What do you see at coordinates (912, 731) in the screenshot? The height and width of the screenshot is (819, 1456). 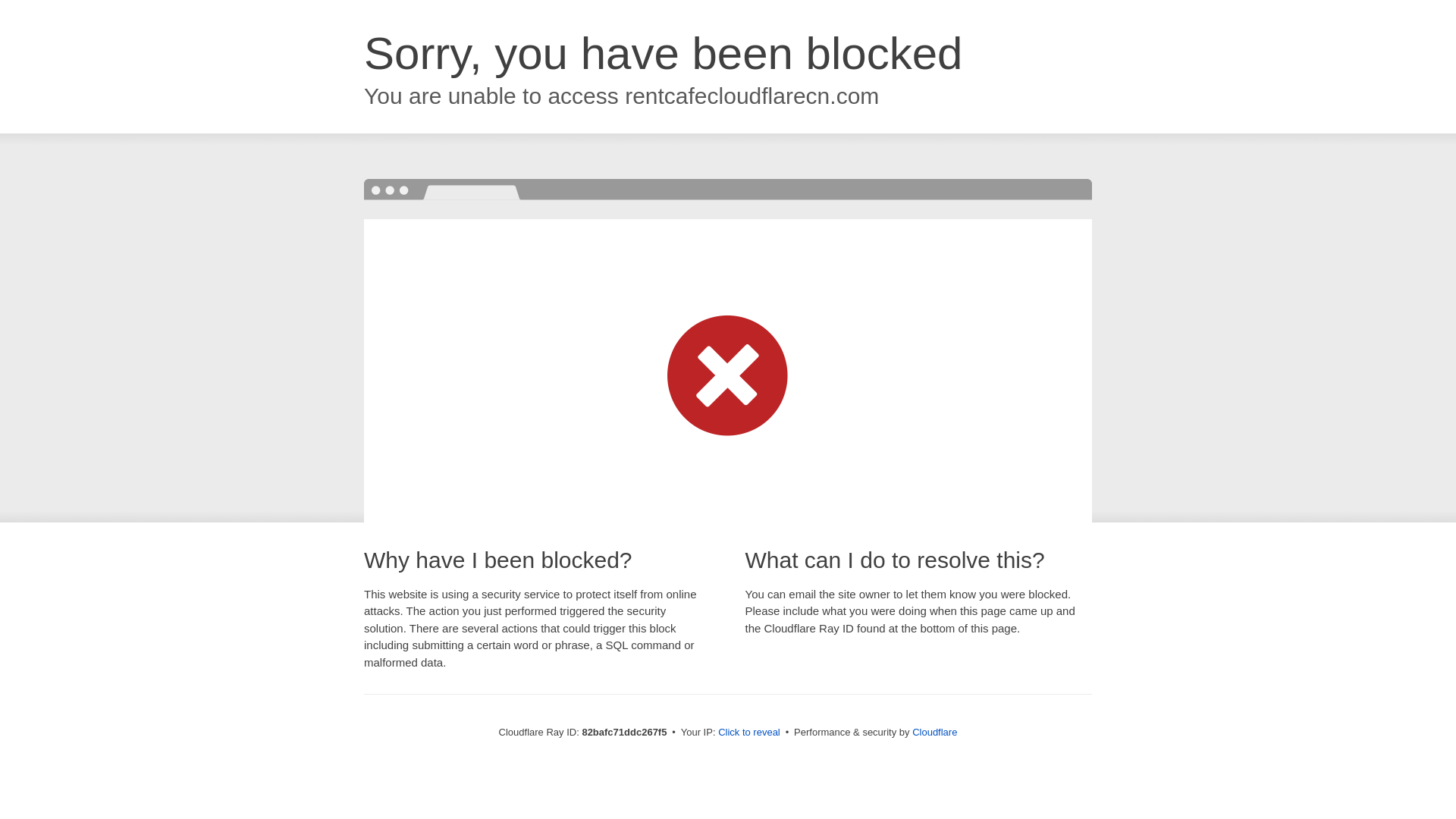 I see `'Cloudflare'` at bounding box center [912, 731].